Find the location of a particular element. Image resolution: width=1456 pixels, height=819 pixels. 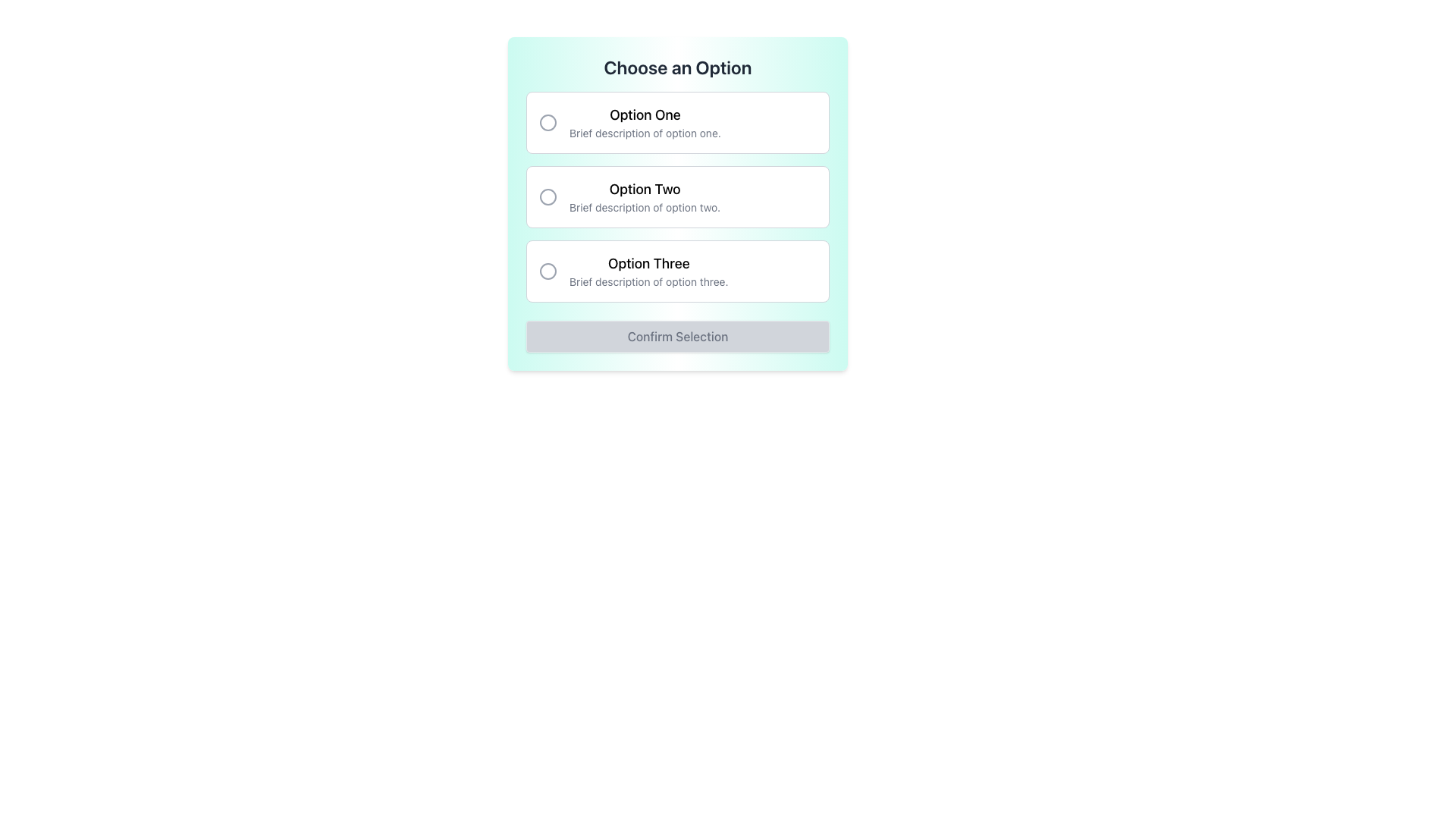

the non-interactive text label located beneath the title 'Option One' in the first option card of the vertical list is located at coordinates (645, 133).